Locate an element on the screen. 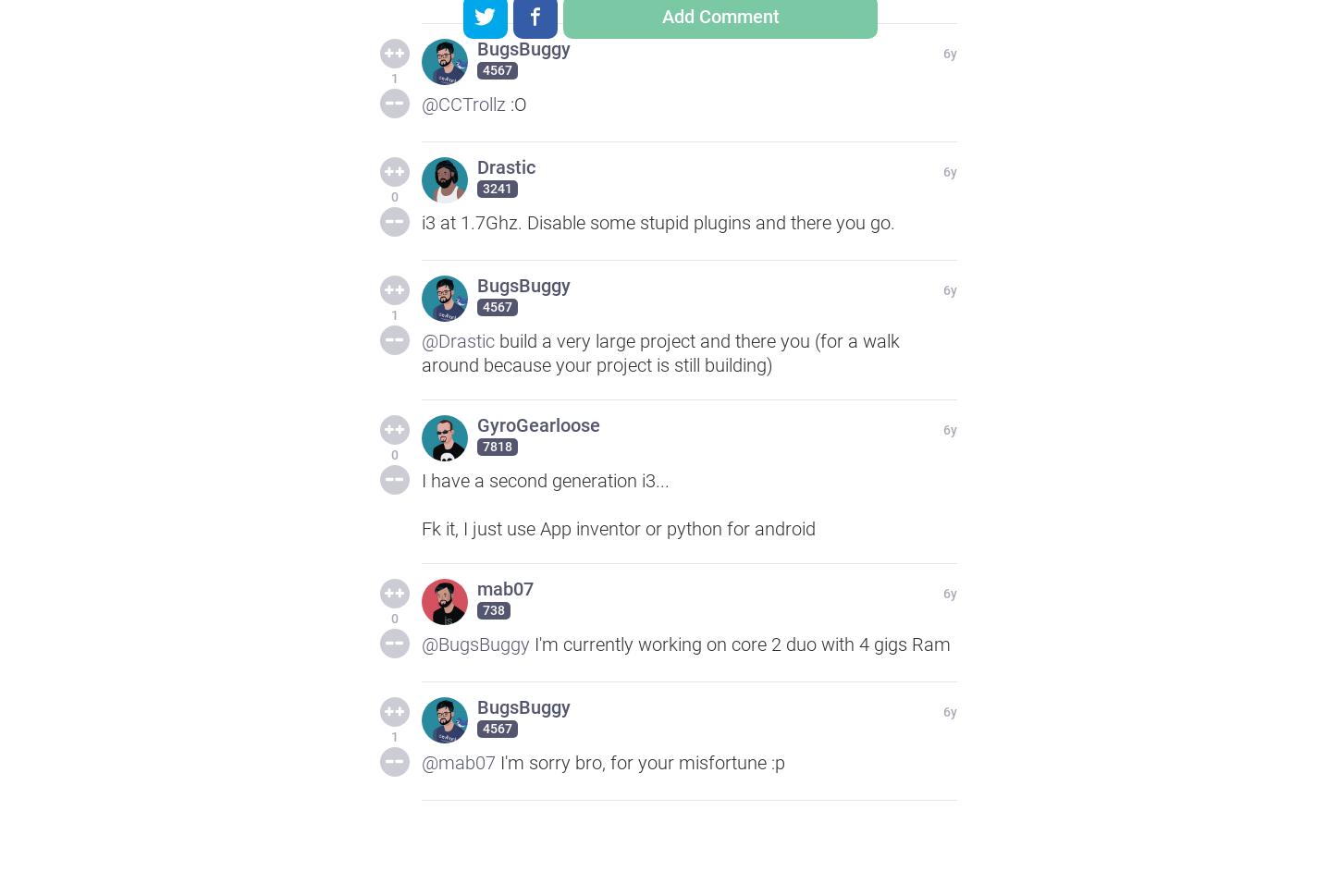 Image resolution: width=1341 pixels, height=896 pixels. '@BugsBuggy' is located at coordinates (475, 643).